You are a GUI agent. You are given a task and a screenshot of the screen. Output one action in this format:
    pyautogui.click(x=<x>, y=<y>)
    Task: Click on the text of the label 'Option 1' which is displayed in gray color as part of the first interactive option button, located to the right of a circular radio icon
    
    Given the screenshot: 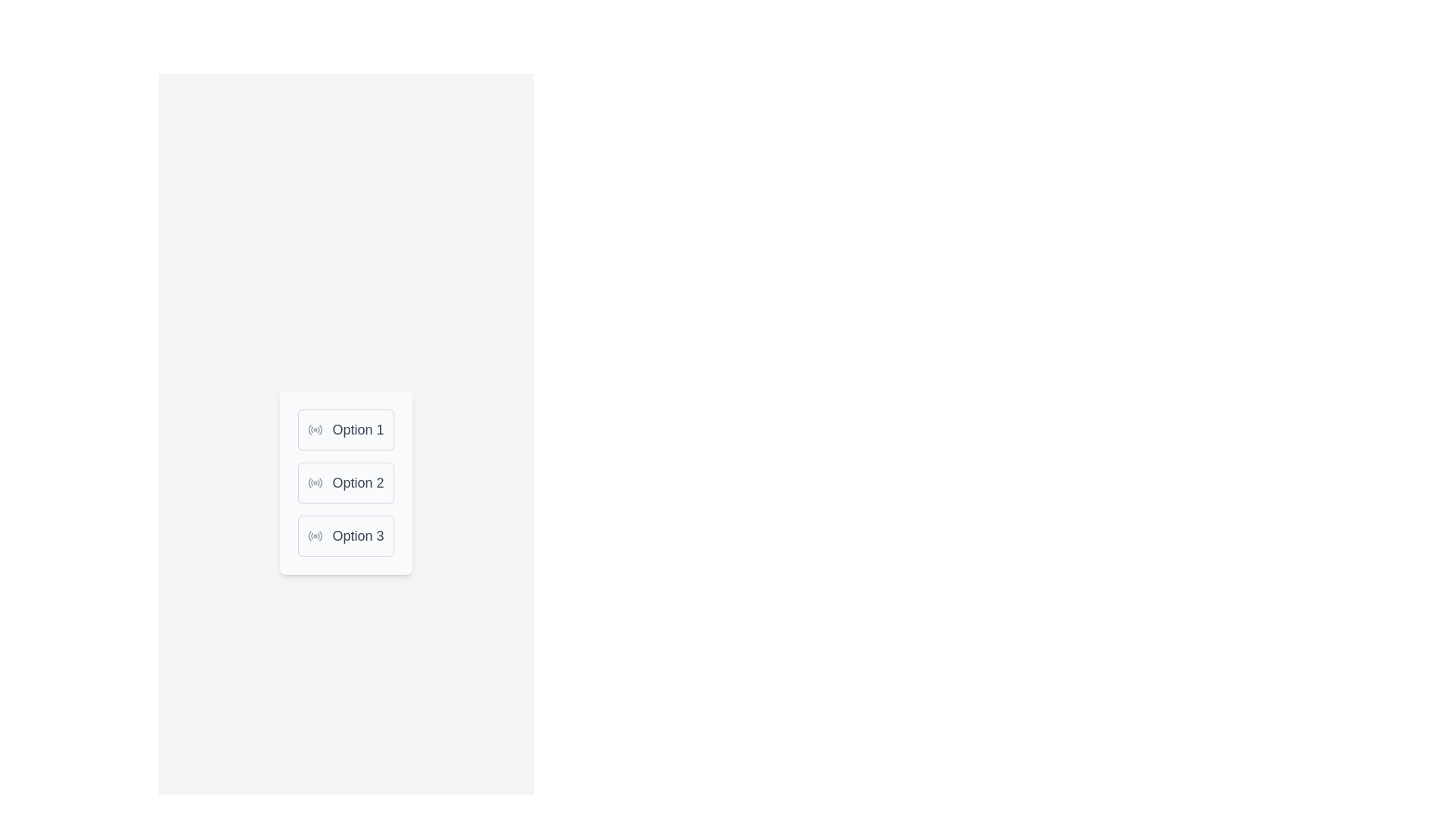 What is the action you would take?
    pyautogui.click(x=357, y=430)
    